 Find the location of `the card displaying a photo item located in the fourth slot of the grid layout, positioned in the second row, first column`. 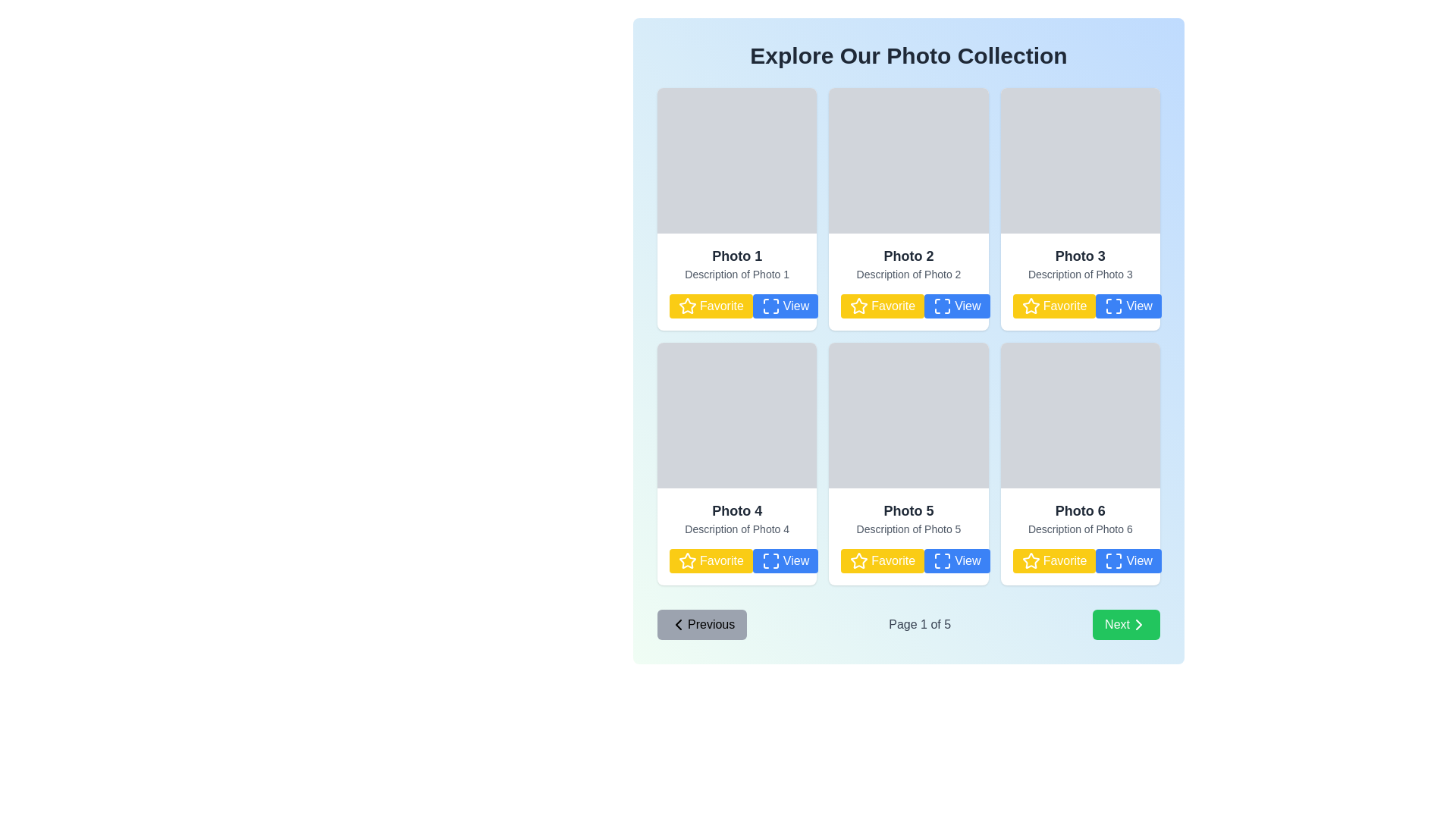

the card displaying a photo item located in the fourth slot of the grid layout, positioned in the second row, first column is located at coordinates (737, 463).